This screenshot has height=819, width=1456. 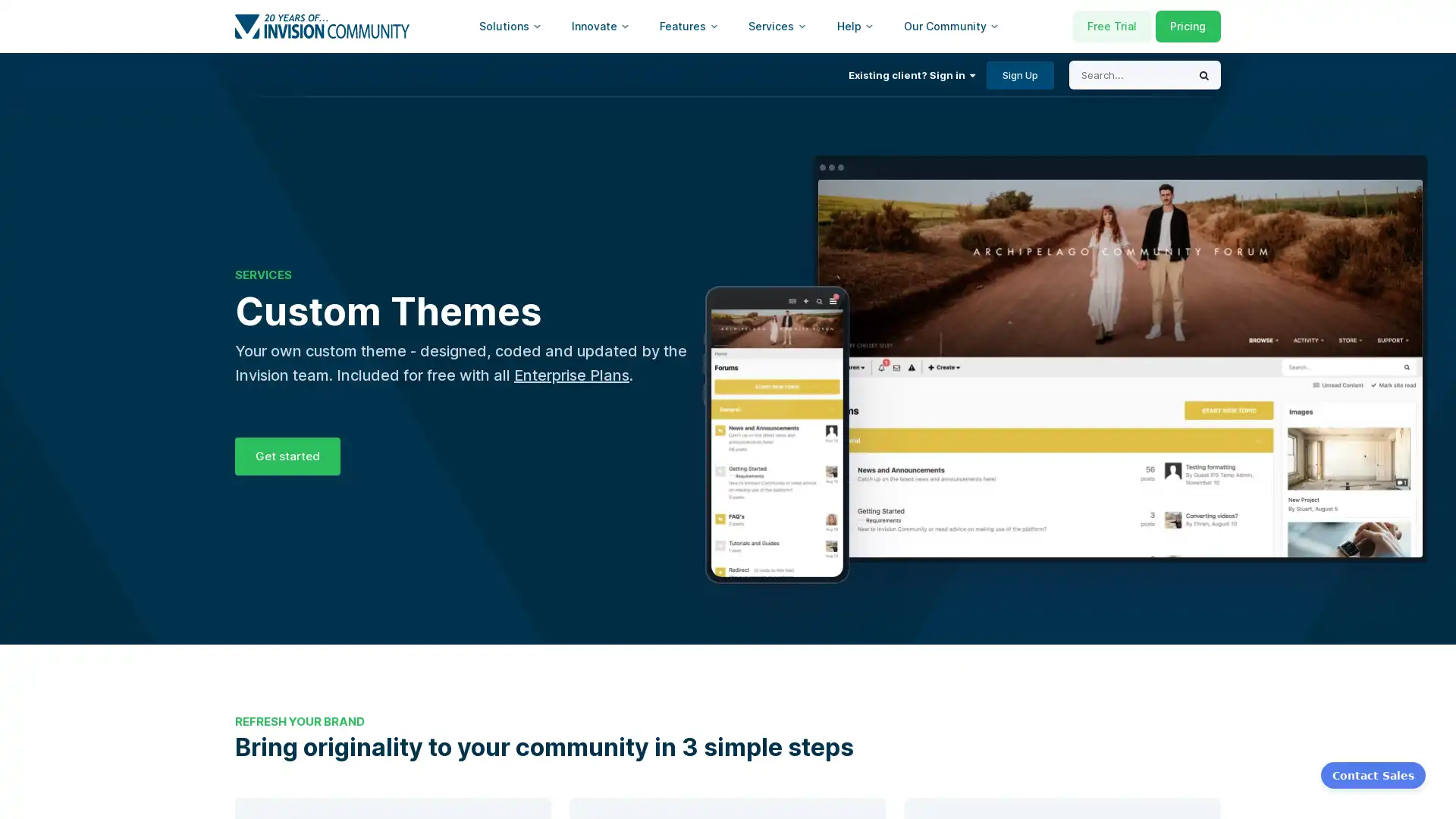 What do you see at coordinates (777, 26) in the screenshot?
I see `Services` at bounding box center [777, 26].